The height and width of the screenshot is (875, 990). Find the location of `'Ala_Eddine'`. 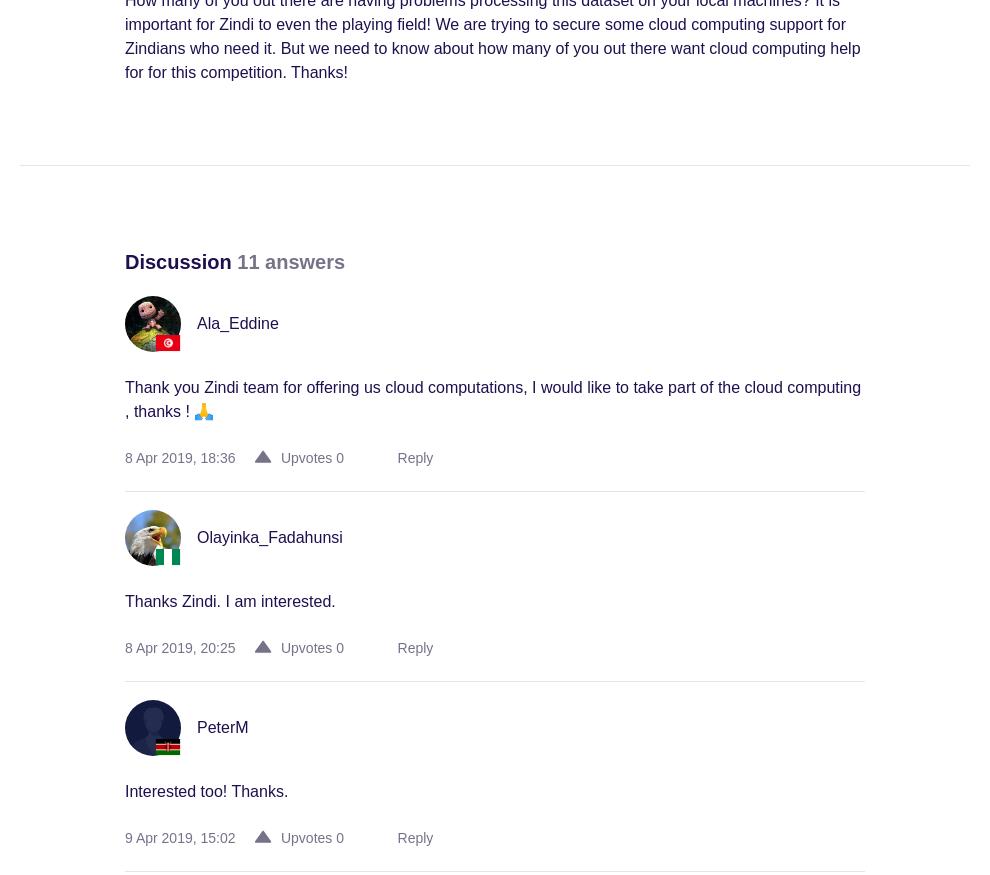

'Ala_Eddine' is located at coordinates (236, 323).